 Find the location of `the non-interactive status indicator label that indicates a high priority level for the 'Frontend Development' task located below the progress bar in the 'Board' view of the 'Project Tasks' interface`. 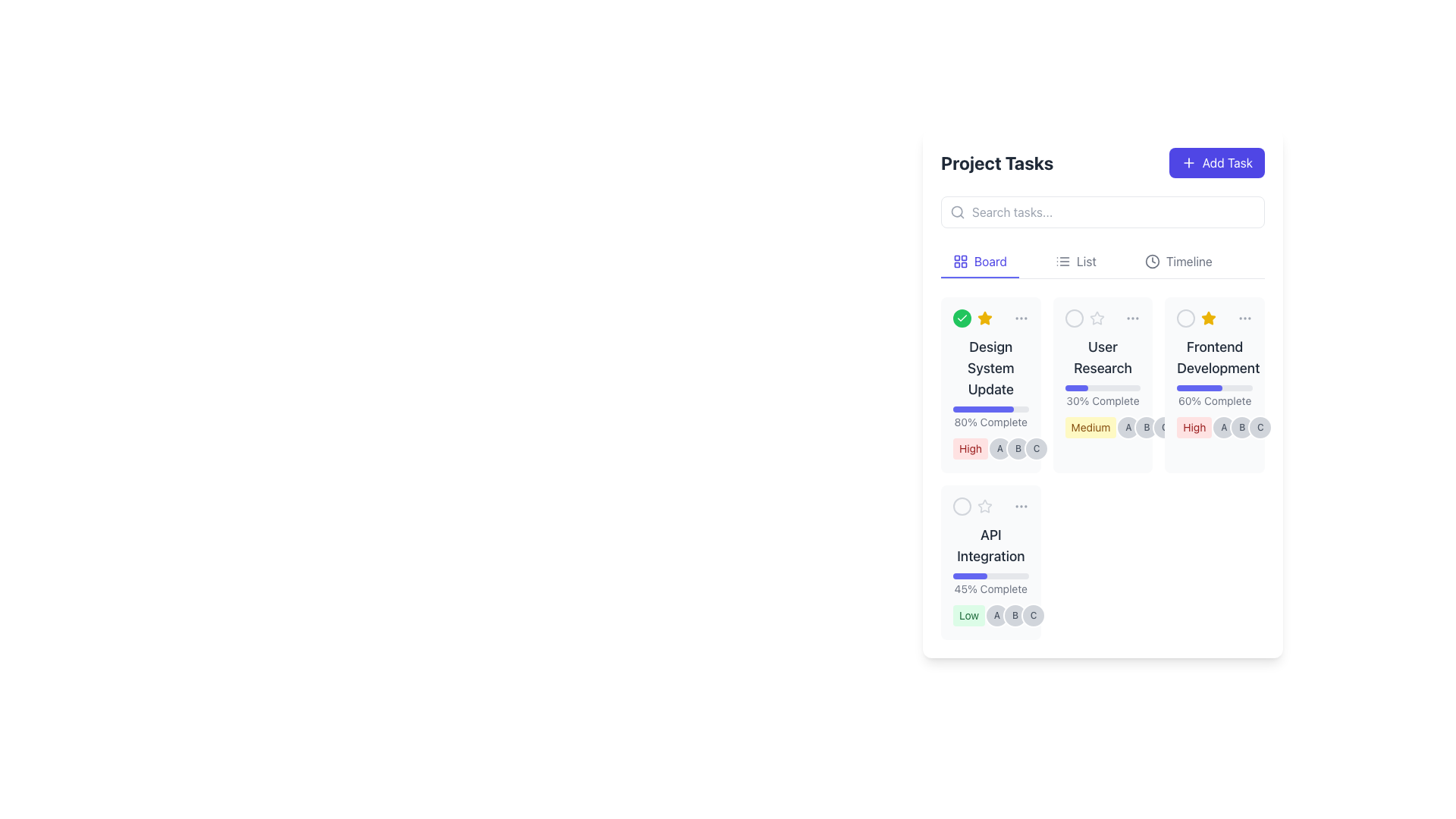

the non-interactive status indicator label that indicates a high priority level for the 'Frontend Development' task located below the progress bar in the 'Board' view of the 'Project Tasks' interface is located at coordinates (1194, 427).